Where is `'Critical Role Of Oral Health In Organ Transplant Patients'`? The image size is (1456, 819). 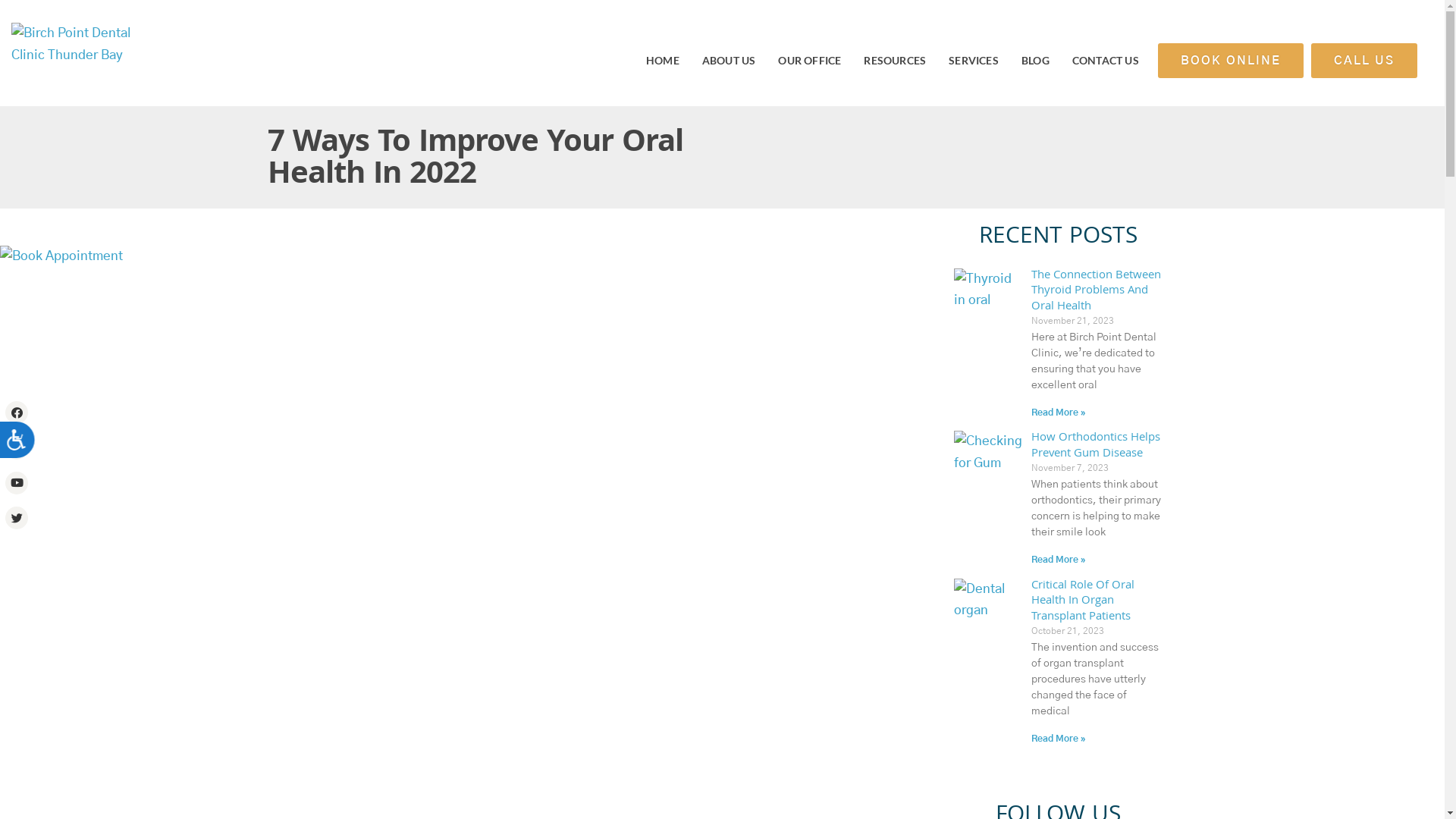
'Critical Role Of Oral Health In Organ Transplant Patients' is located at coordinates (1082, 601).